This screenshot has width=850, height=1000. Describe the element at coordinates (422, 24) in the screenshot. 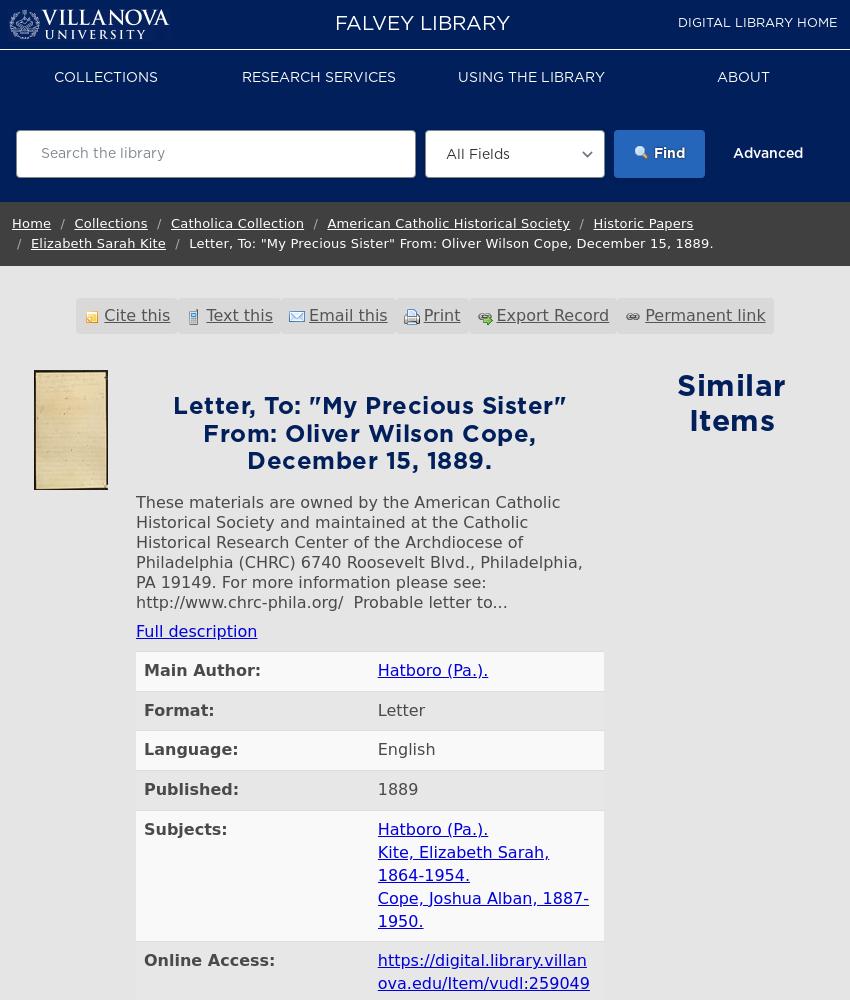

I see `'Falvey Library'` at that location.